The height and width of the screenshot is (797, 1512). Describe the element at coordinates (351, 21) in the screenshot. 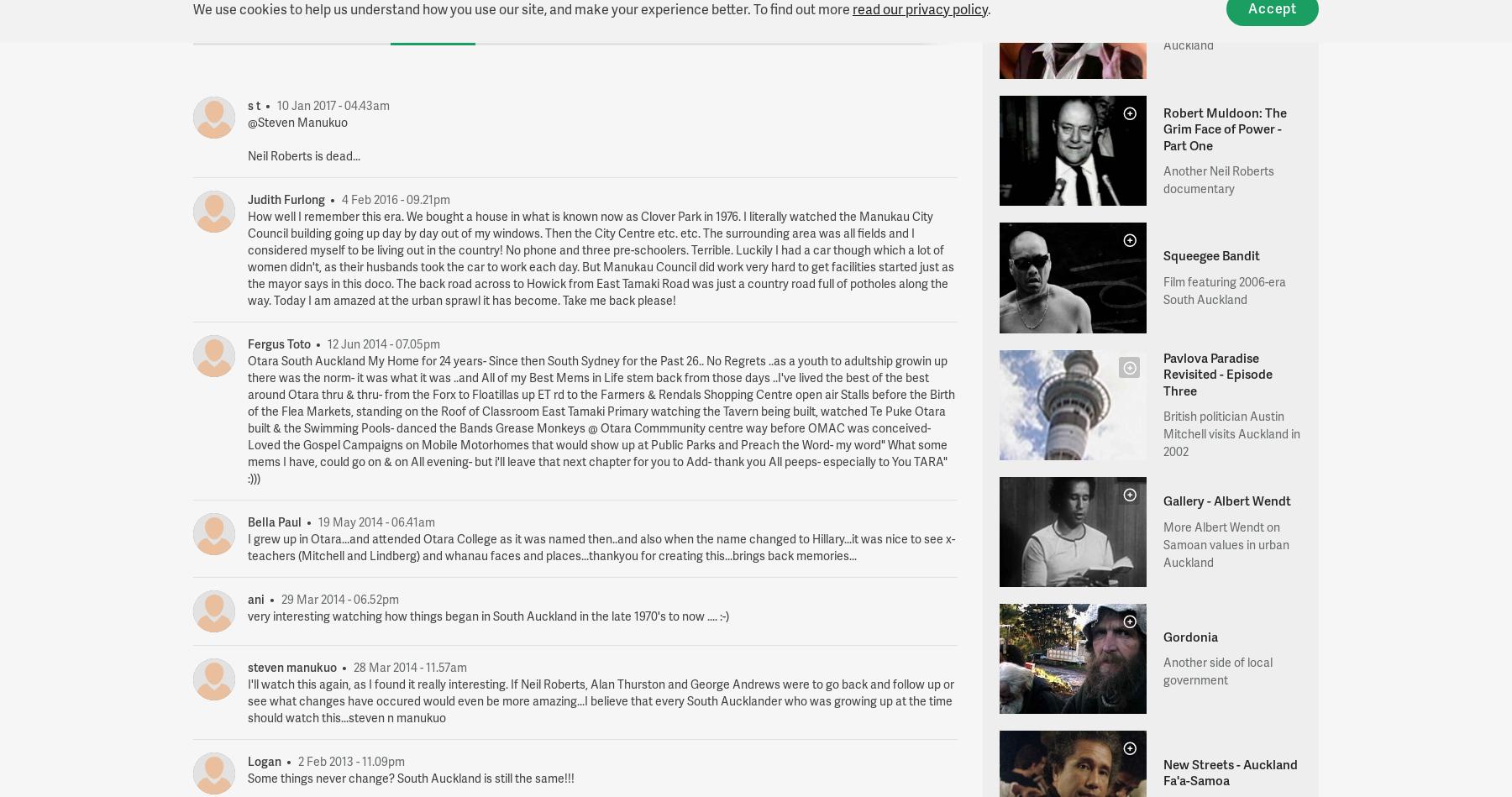

I see `'Quotes'` at that location.